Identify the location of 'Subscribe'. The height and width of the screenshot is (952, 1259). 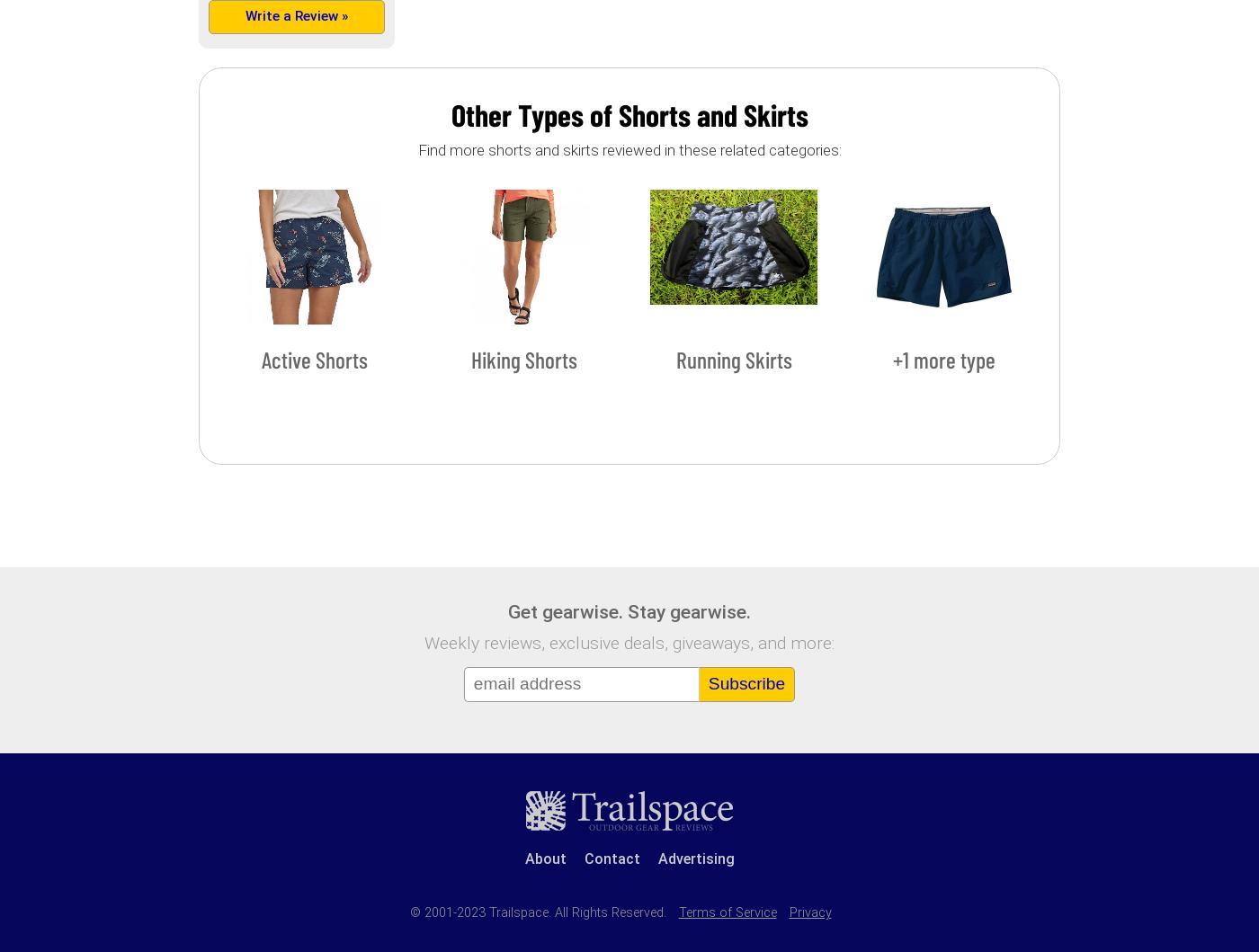
(746, 682).